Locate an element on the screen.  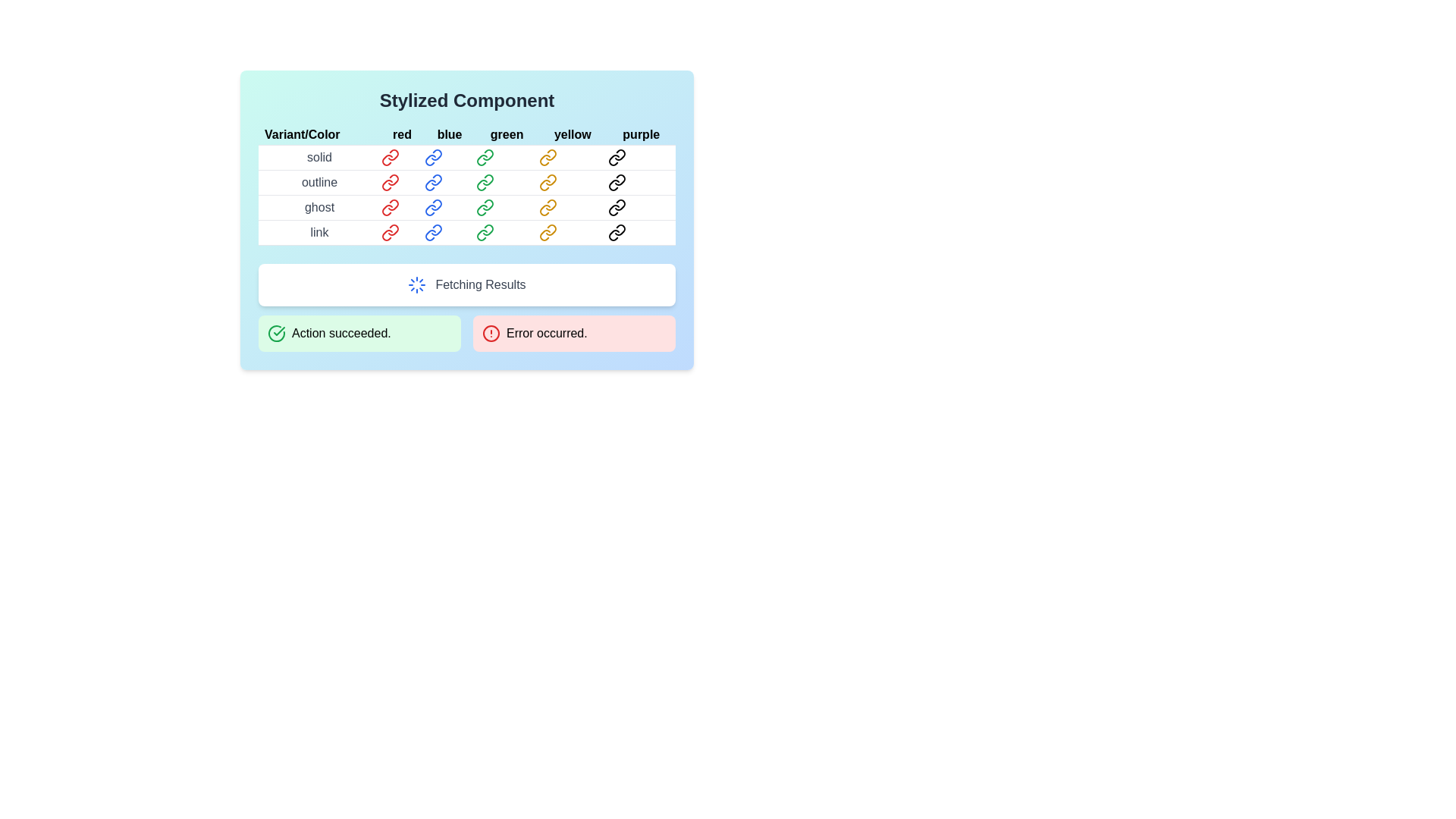
the Icon link button located in the third column of the second row within the 'Styled Component' table, which features an 'outline' style and a 'green' color is located at coordinates (484, 181).